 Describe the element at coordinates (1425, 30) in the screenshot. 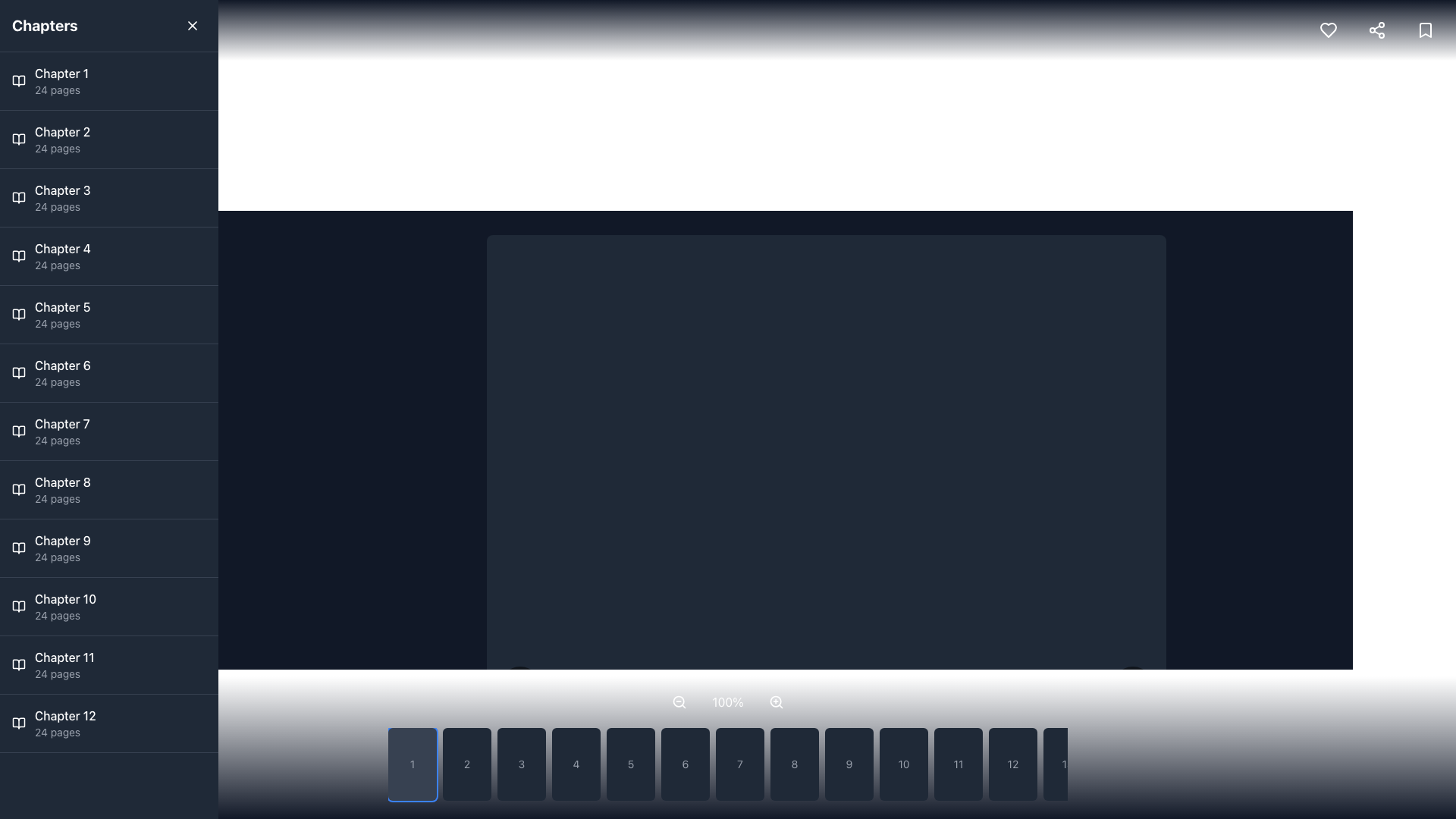

I see `the bookmark icon in the top-right corner of the interface to bookmark or unbookmark an item` at that location.